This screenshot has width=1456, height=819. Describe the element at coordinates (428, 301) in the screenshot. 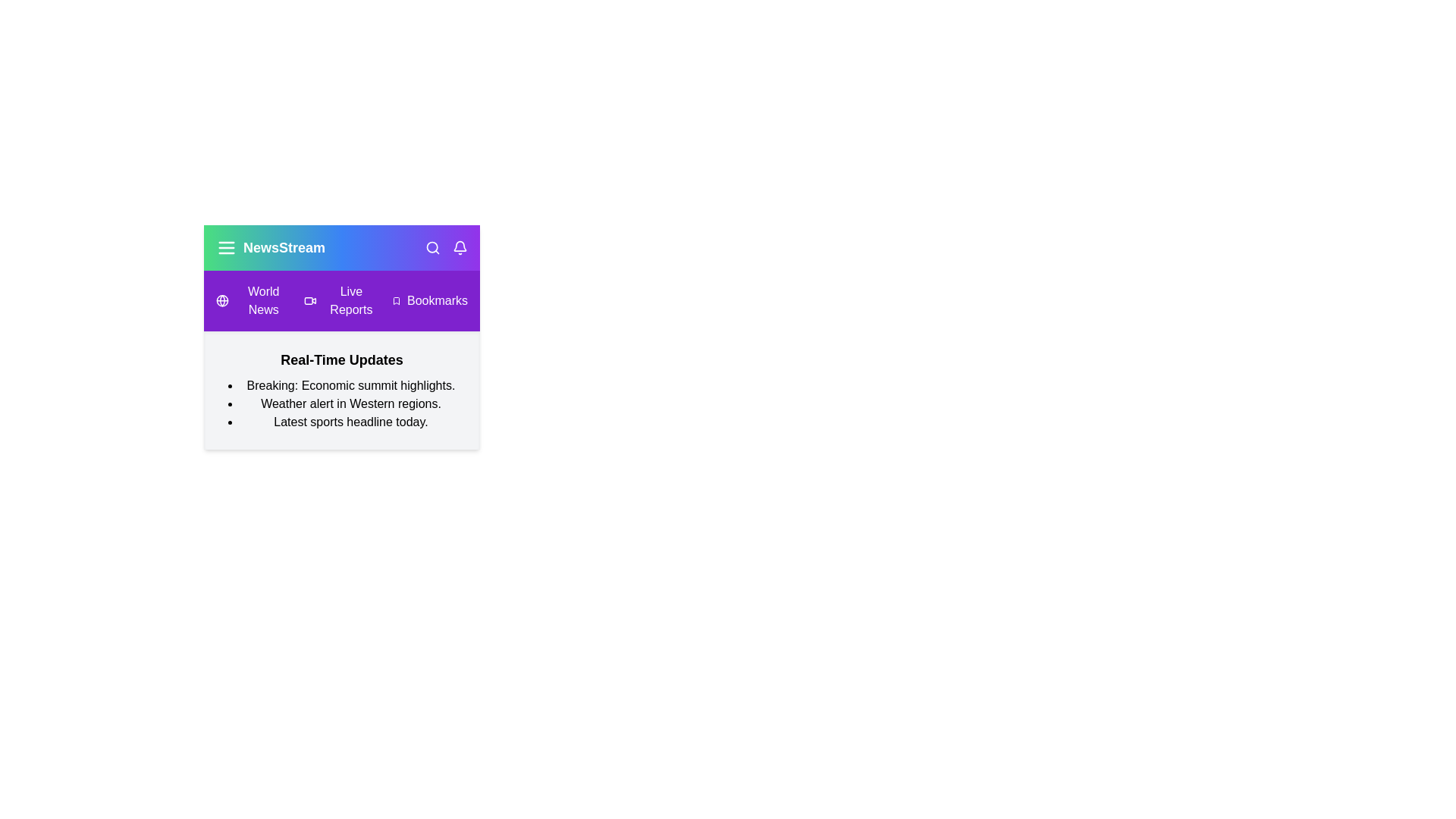

I see `the navigation option Bookmarks to navigate to the respective section` at that location.